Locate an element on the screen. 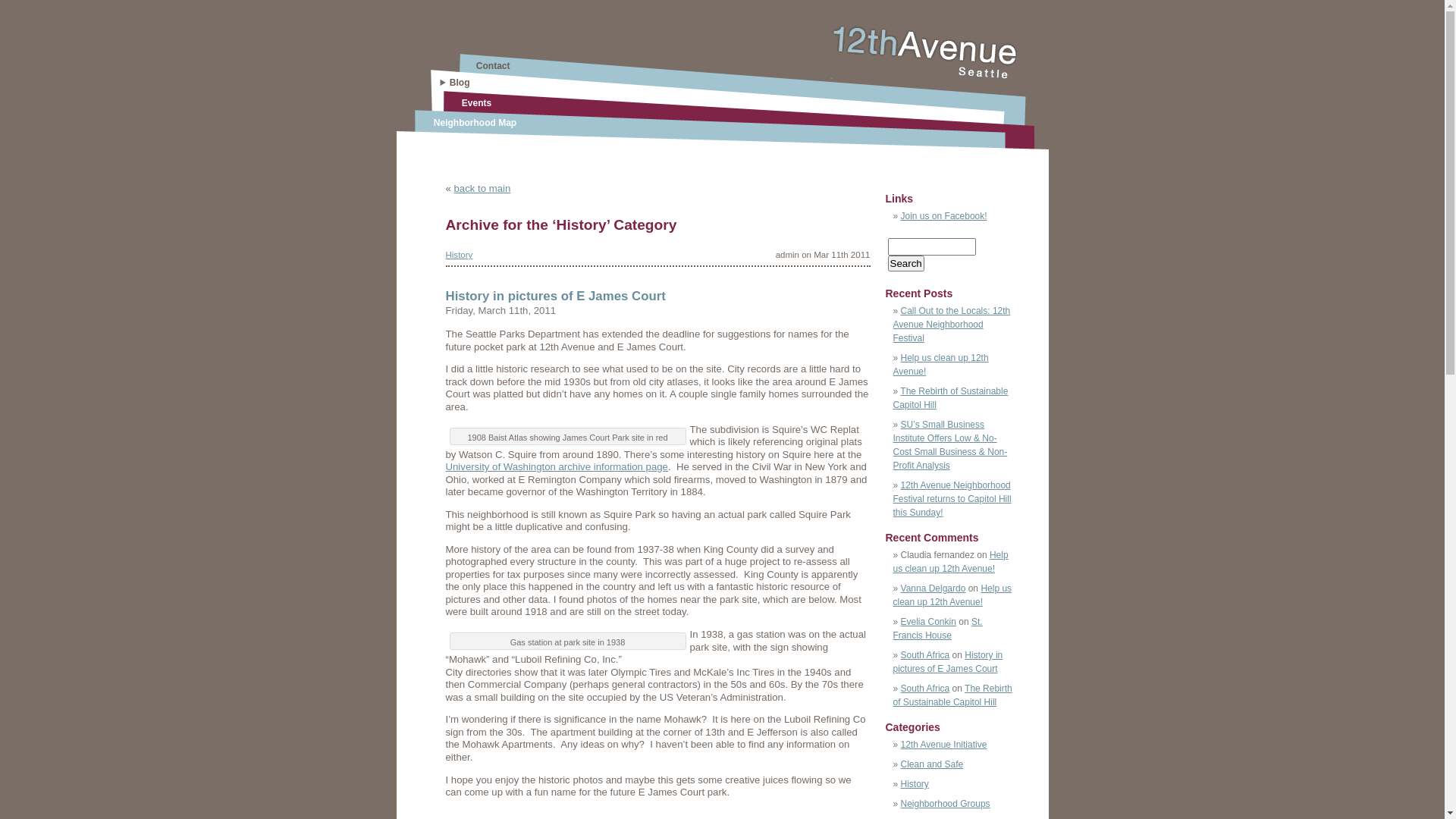  'History' is located at coordinates (458, 253).